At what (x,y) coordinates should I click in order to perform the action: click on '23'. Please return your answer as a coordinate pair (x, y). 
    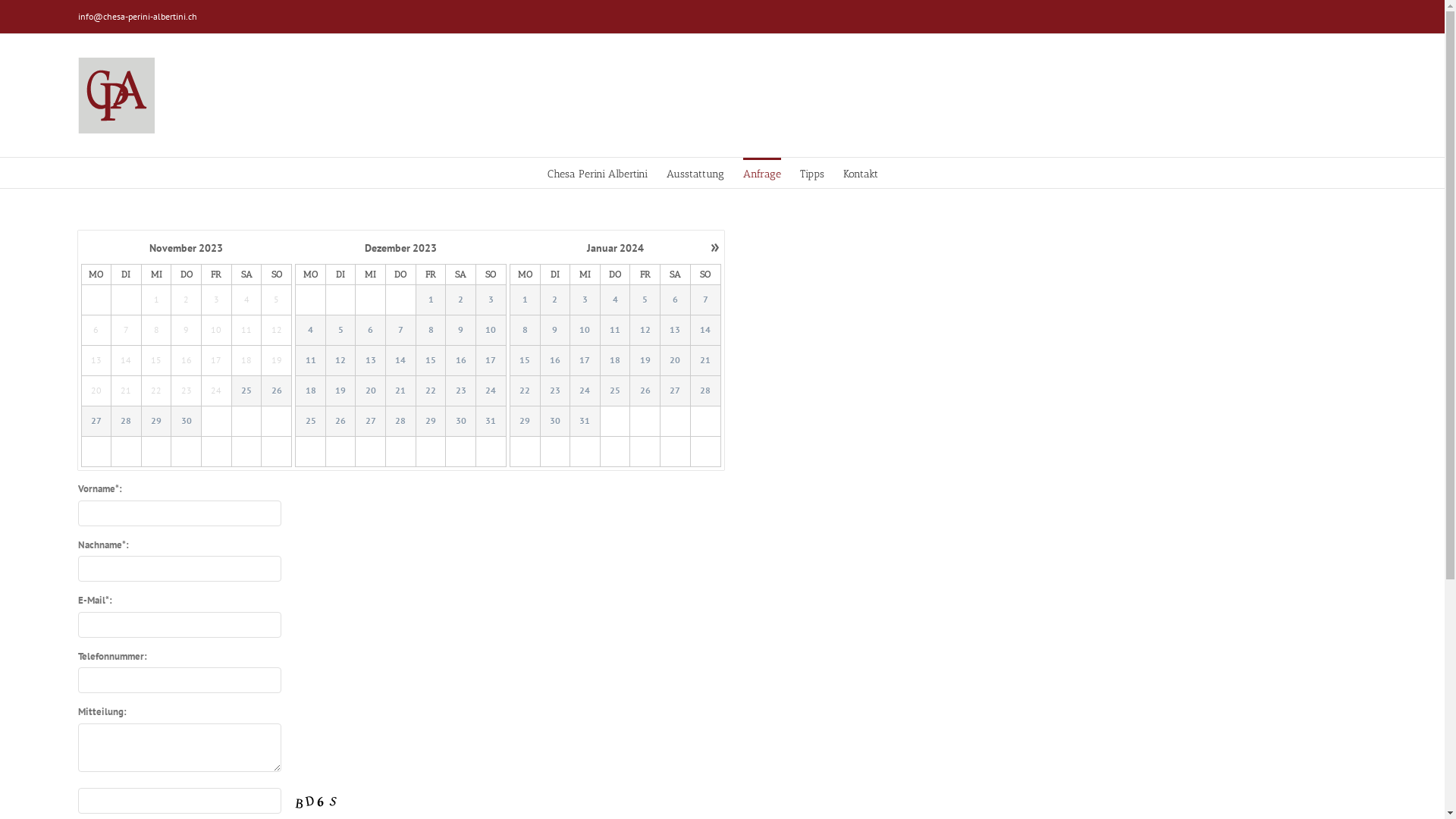
    Looking at the image, I should click on (554, 390).